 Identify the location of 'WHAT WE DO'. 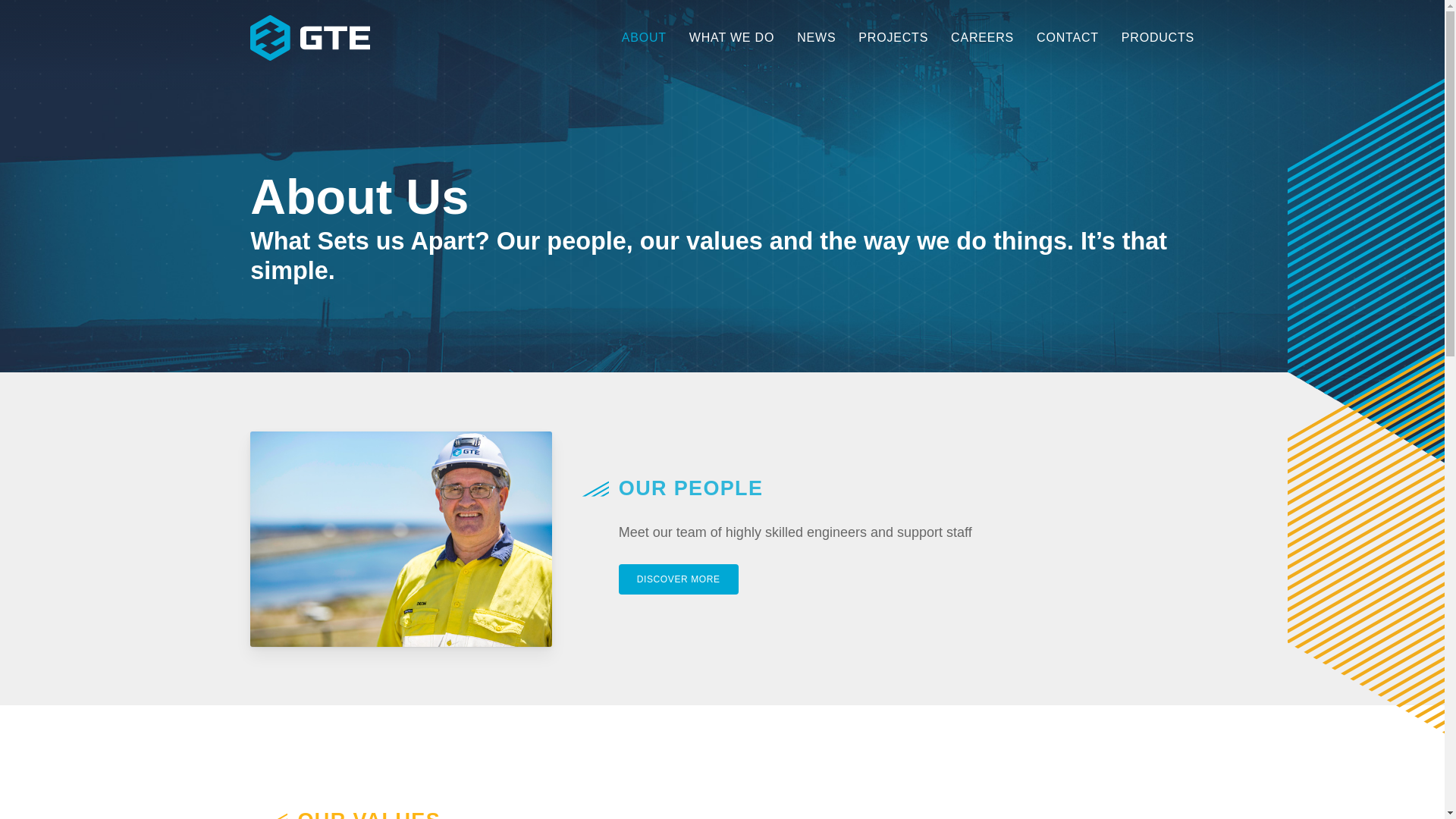
(731, 37).